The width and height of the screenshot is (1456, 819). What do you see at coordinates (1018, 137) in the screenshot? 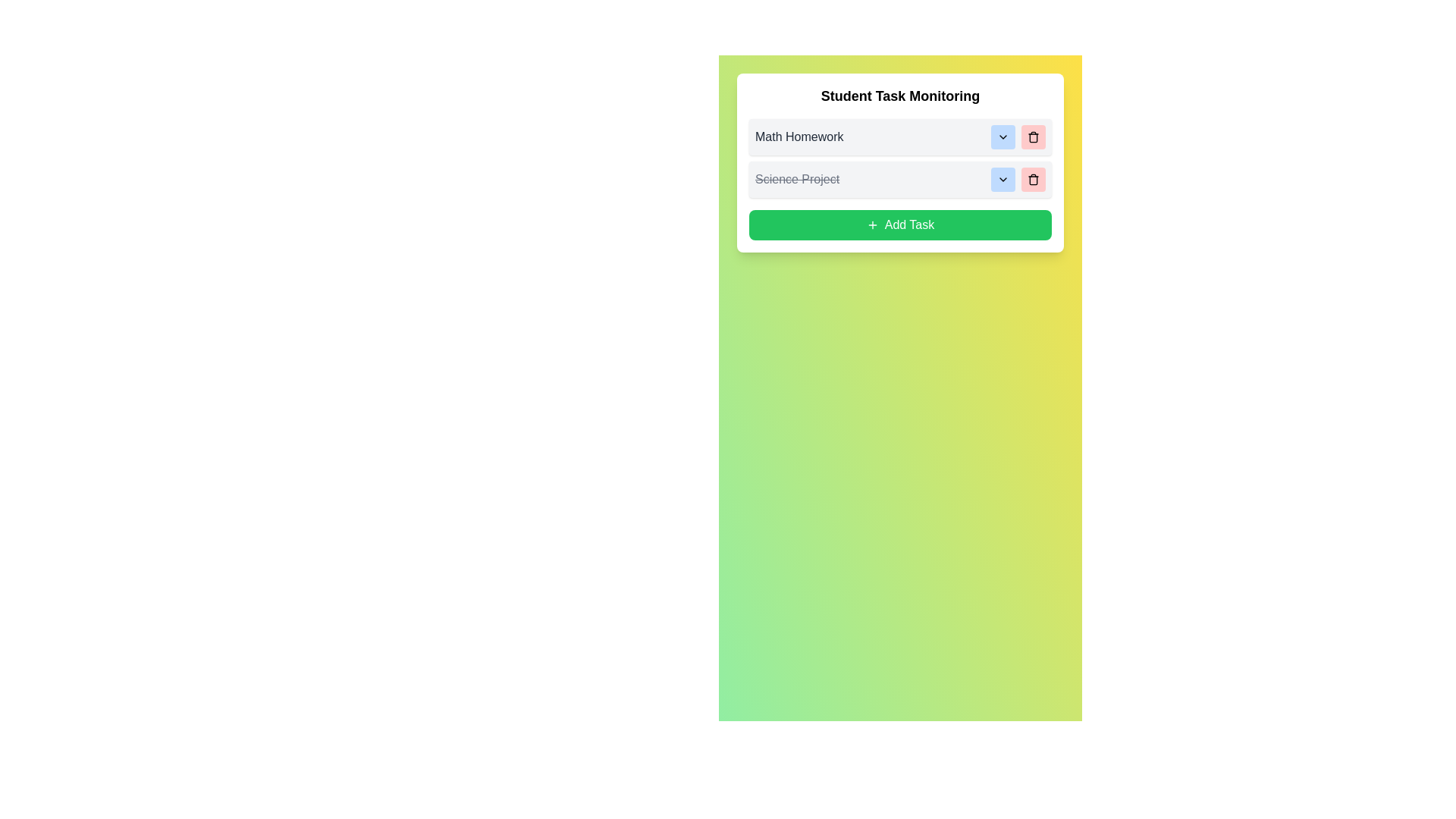
I see `the control panel containing the blue and red buttons for the 'Math Homework' task` at bounding box center [1018, 137].